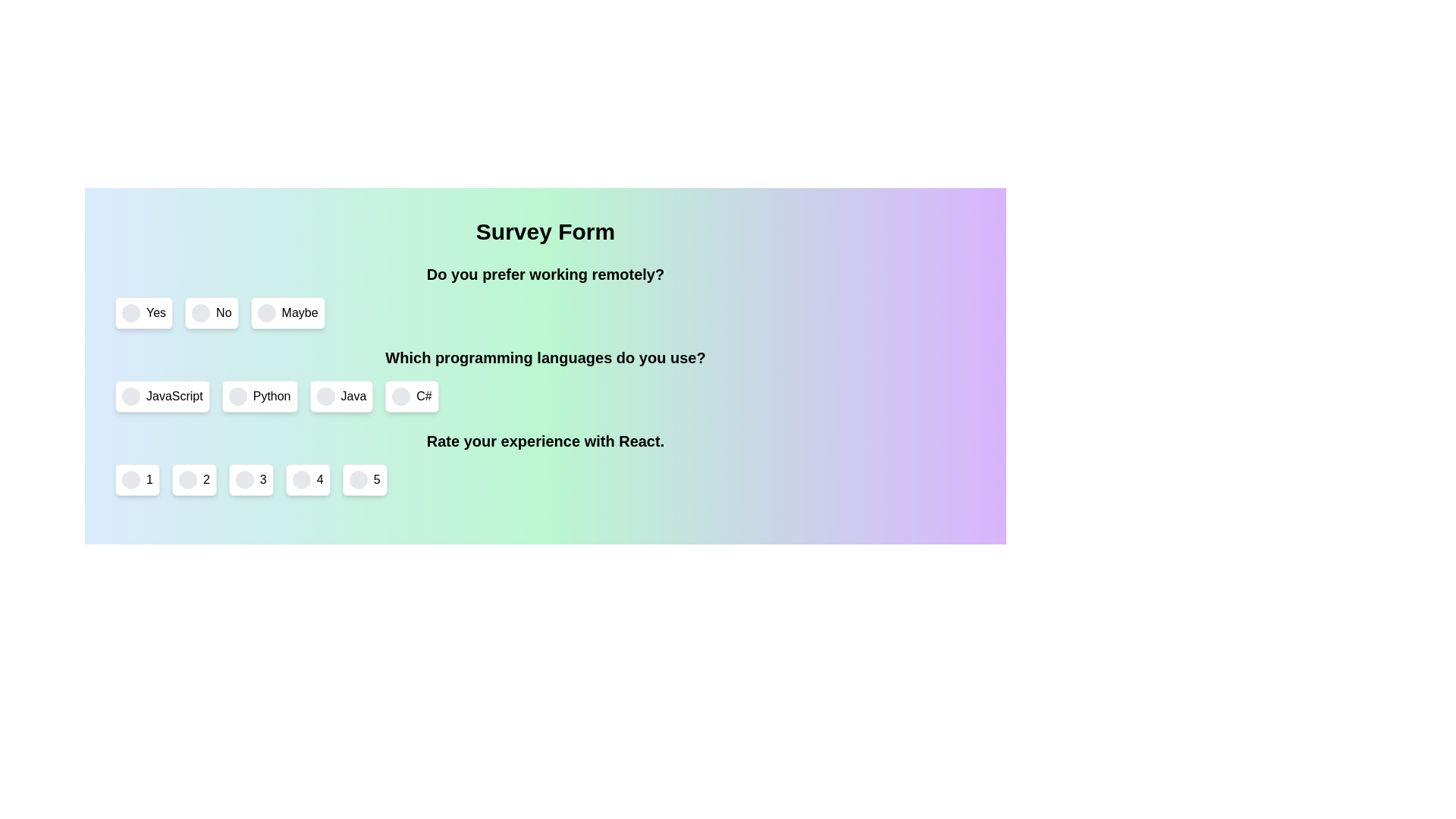 This screenshot has height=819, width=1456. Describe the element at coordinates (259, 396) in the screenshot. I see `the checkbox labeled 'Python', which features a hollow circular indicator with a gray outline, located in the programming language selection section` at that location.